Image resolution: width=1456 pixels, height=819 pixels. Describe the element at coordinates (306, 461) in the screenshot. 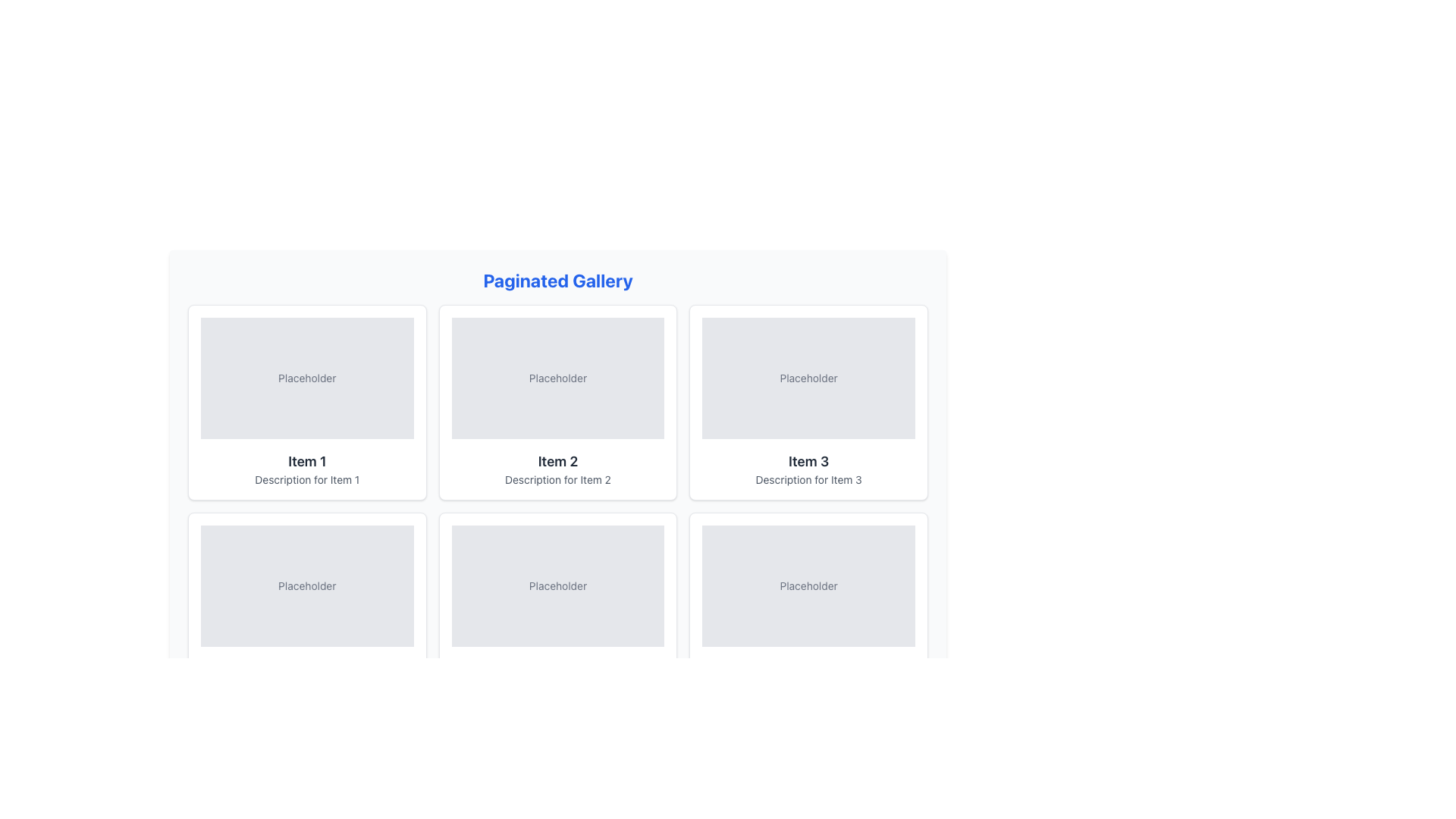

I see `the text label displaying 'Item 1', which is styled in a bold serif font and positioned within a card, located below a placeholder image and above the description text` at that location.